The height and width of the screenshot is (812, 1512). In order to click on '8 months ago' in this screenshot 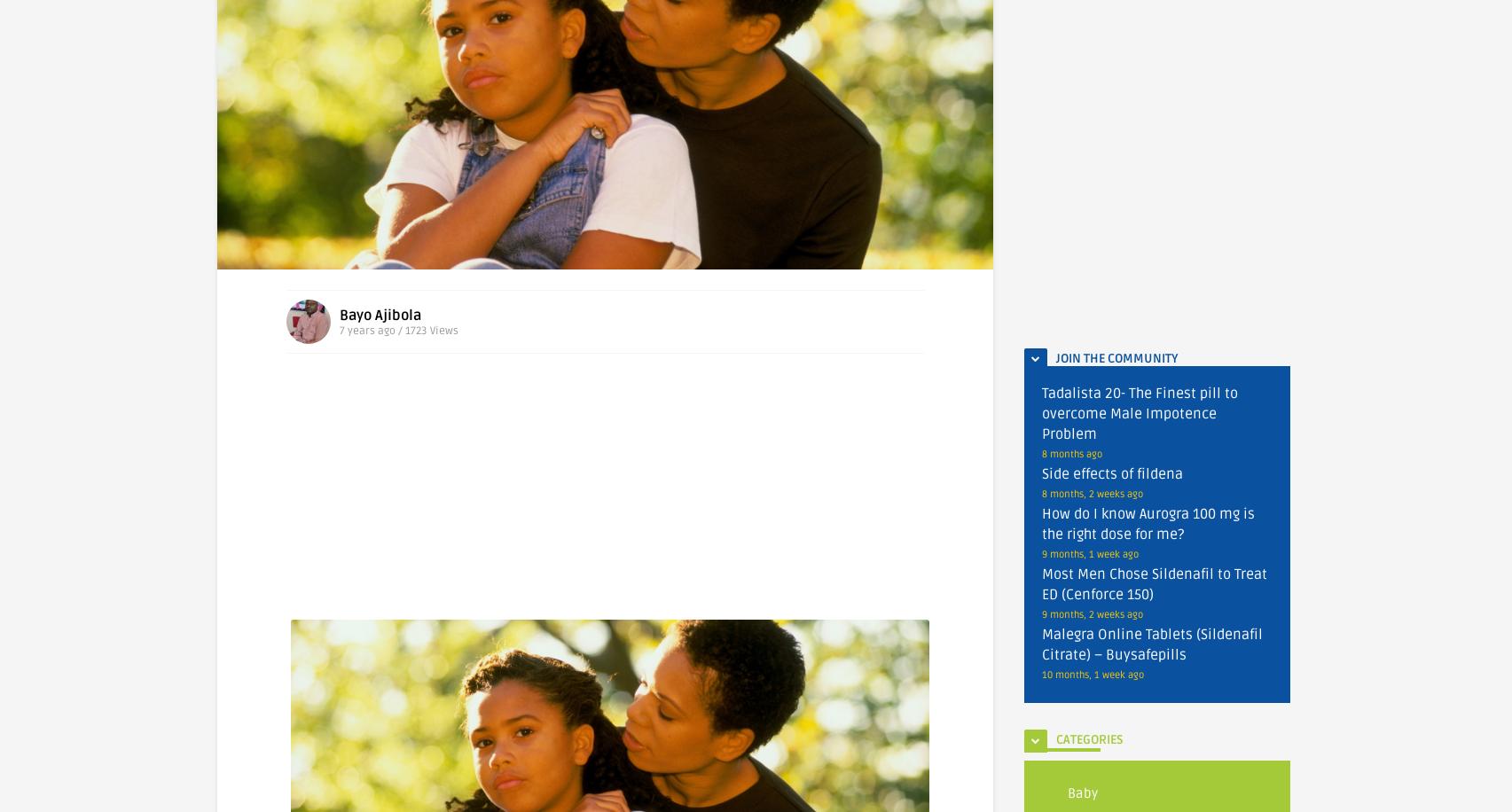, I will do `click(1072, 454)`.